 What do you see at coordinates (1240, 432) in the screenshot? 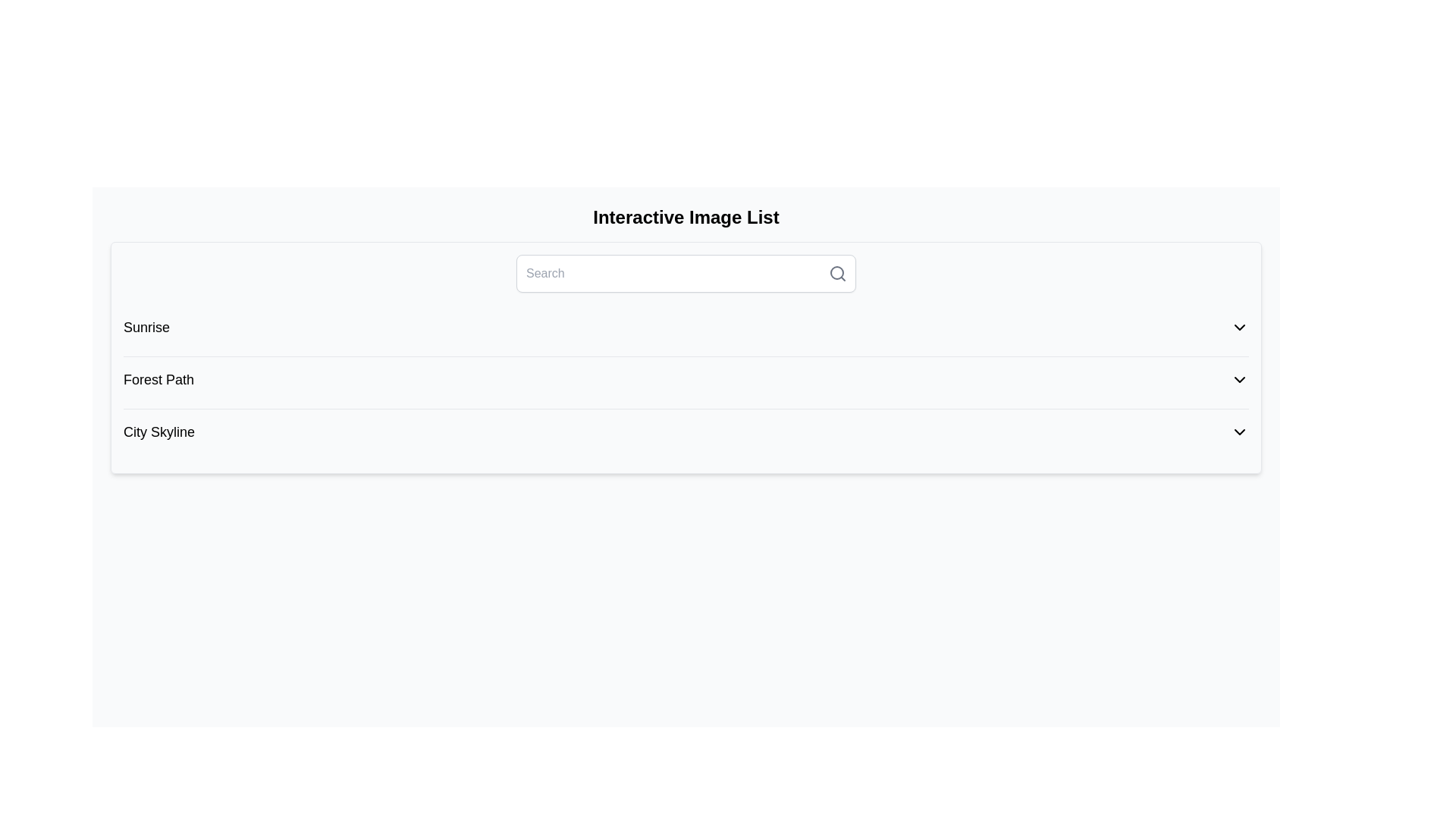
I see `the chevron symbol located at the far right of the 'City Skyline' entry` at bounding box center [1240, 432].